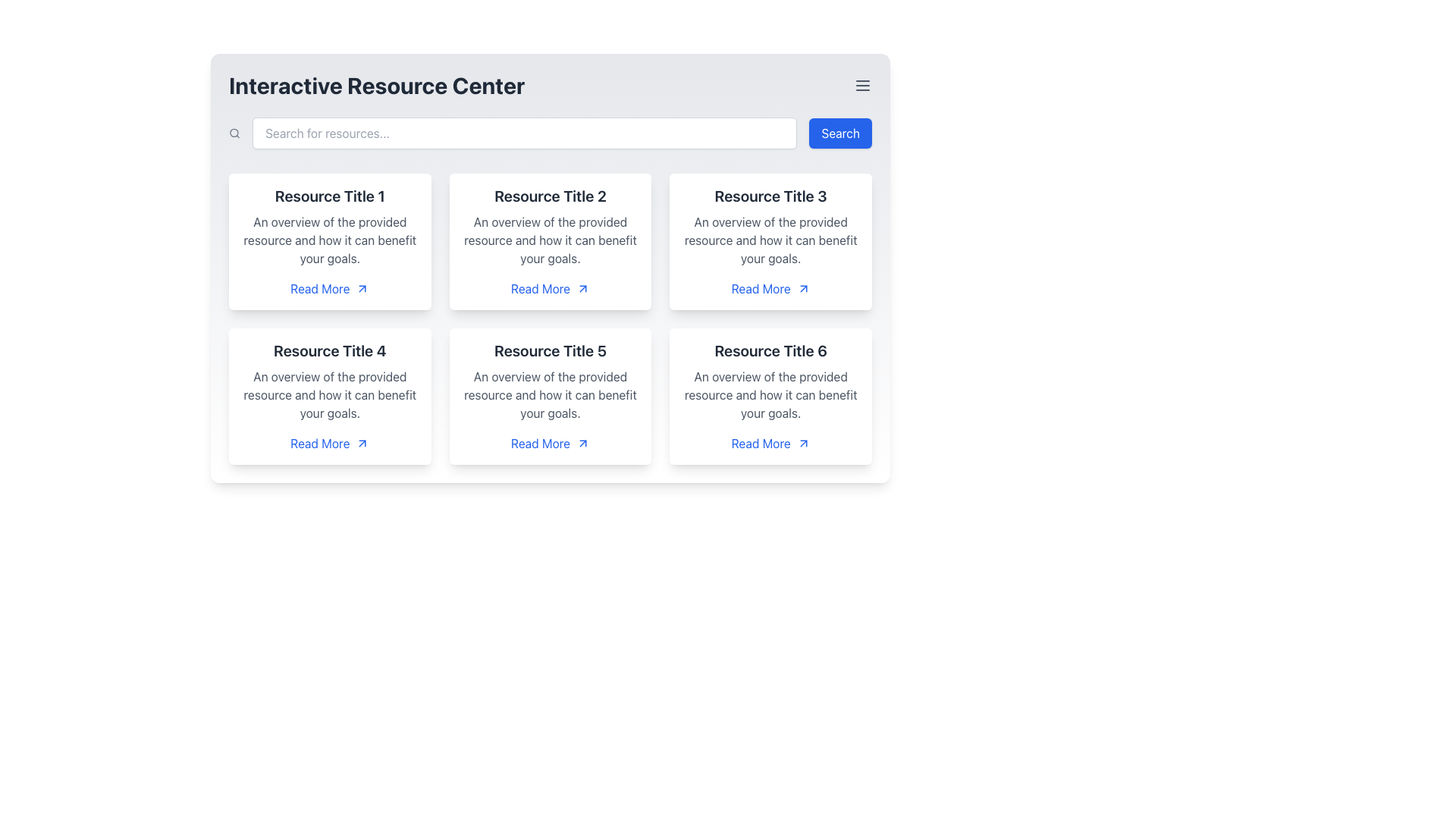 The width and height of the screenshot is (1456, 819). What do you see at coordinates (549, 444) in the screenshot?
I see `the hyperlink with an embedded icon located in the card titled 'Resource Title 5' at the bottom-right corner` at bounding box center [549, 444].